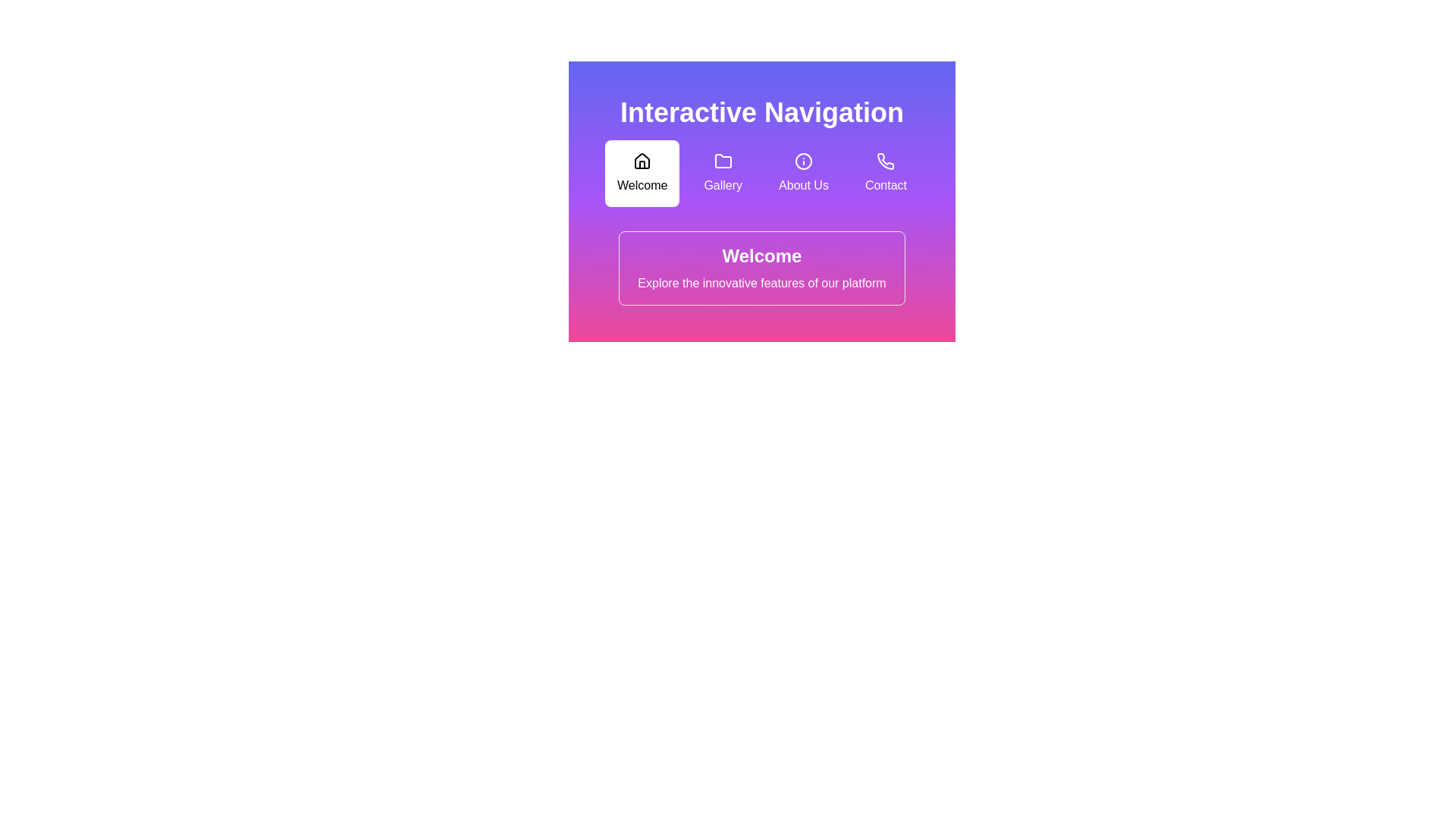 This screenshot has width=1456, height=819. Describe the element at coordinates (642, 185) in the screenshot. I see `the text label displaying 'Welcome' located within a white rounded rectangular area, positioned under a house icon` at that location.